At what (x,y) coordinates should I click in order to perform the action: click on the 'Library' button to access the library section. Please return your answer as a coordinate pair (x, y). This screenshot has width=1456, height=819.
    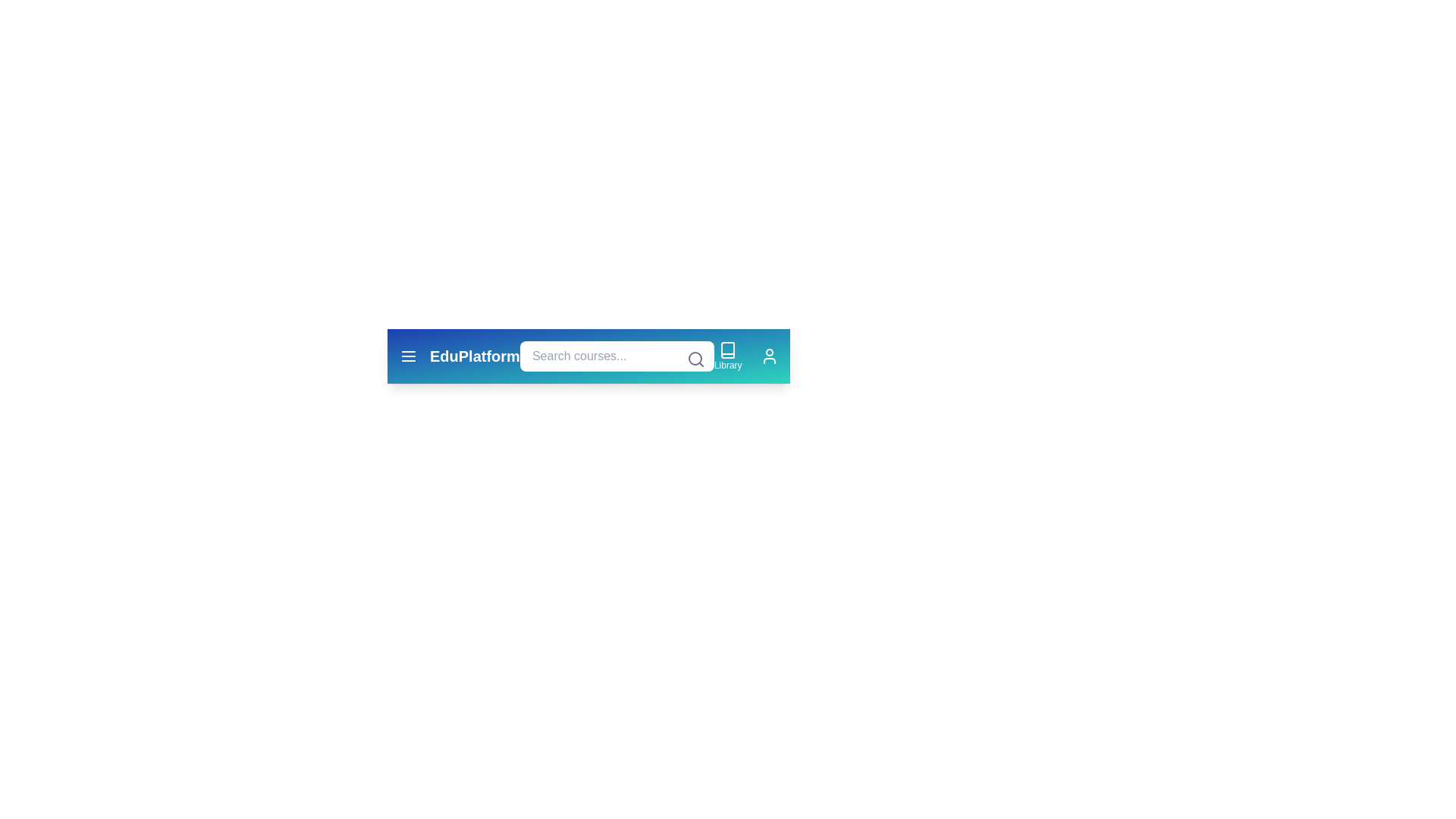
    Looking at the image, I should click on (728, 356).